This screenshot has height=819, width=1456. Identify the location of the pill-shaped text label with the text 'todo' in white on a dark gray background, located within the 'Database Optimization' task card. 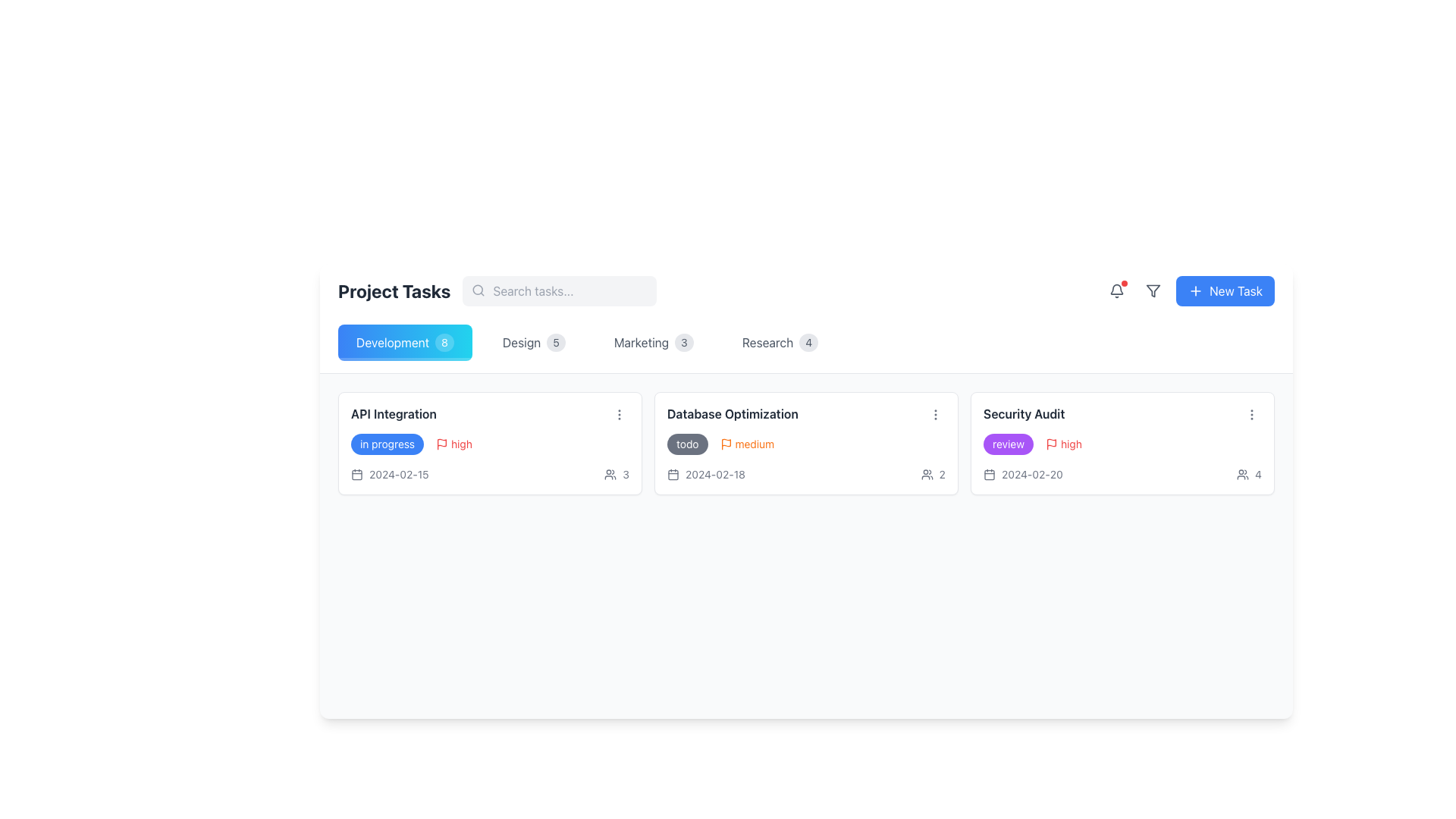
(686, 444).